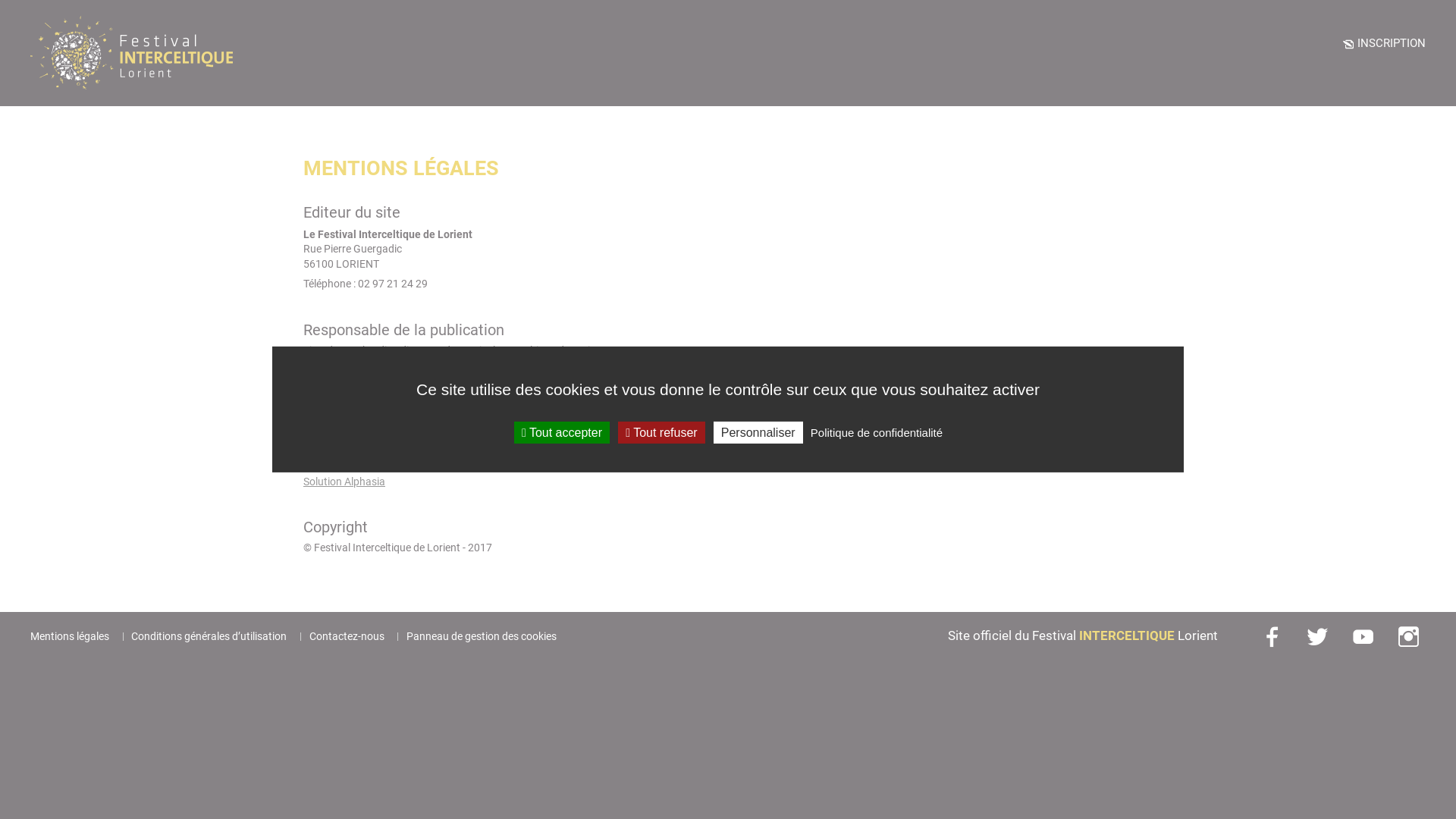 The height and width of the screenshot is (819, 1456). What do you see at coordinates (309, 636) in the screenshot?
I see `'Contactez-nous'` at bounding box center [309, 636].